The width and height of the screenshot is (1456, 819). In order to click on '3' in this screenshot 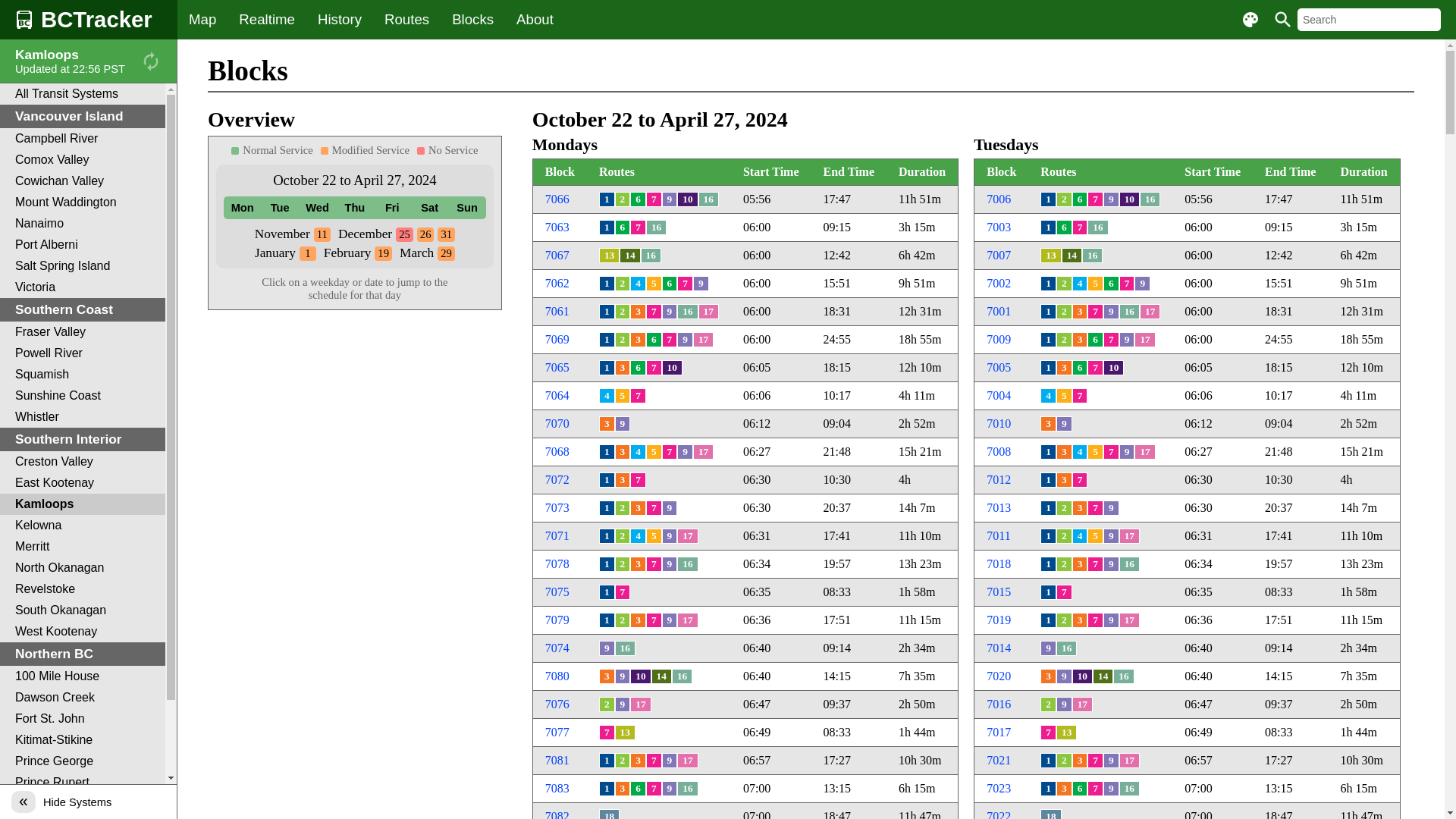, I will do `click(1063, 479)`.